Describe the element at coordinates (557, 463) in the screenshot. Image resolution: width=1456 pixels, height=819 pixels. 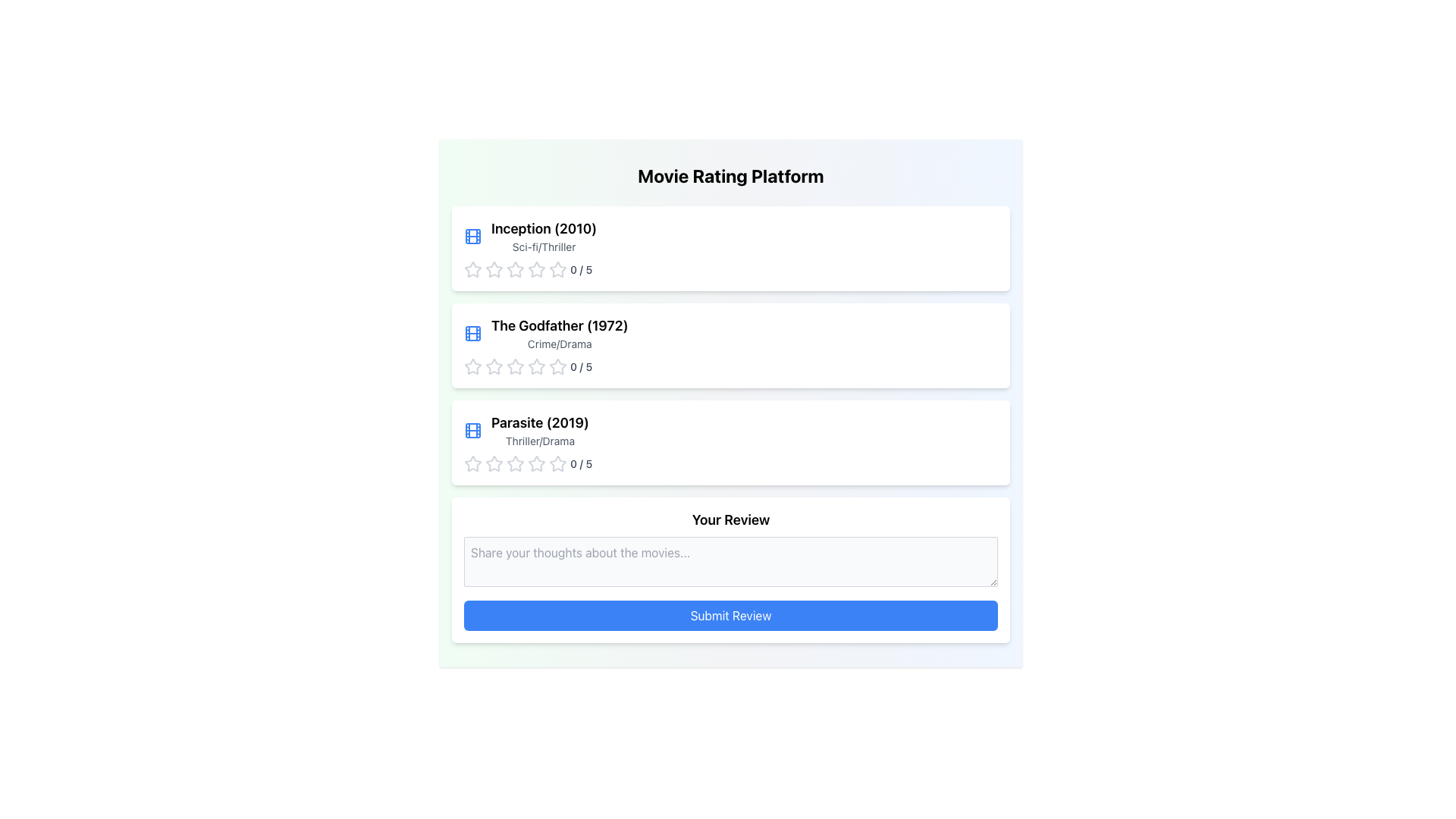
I see `the second star-shaped icon in the rating interface below the text 'Parasite (2019)' to rate it` at that location.